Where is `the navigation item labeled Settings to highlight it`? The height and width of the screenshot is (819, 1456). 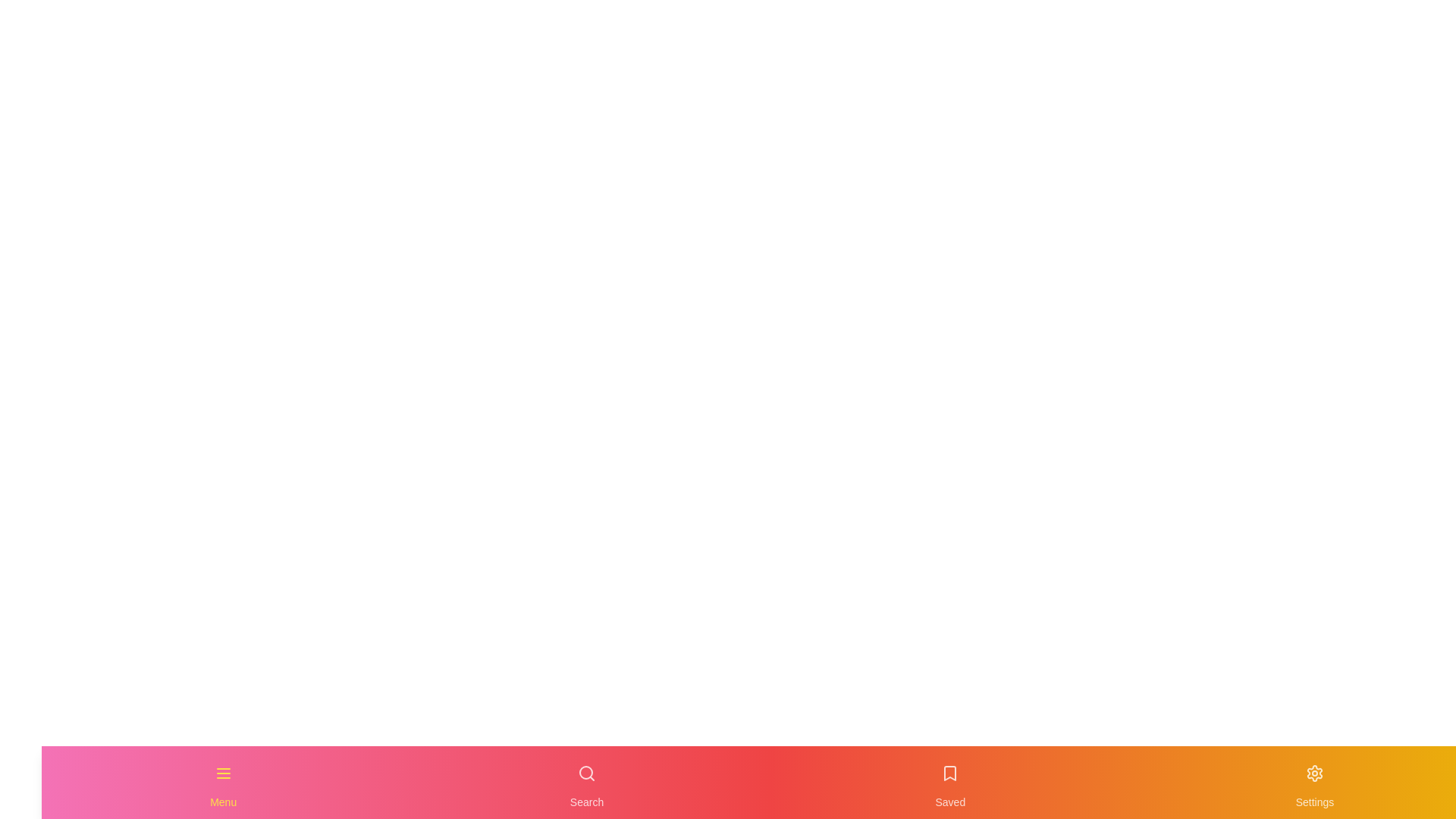
the navigation item labeled Settings to highlight it is located at coordinates (1313, 783).